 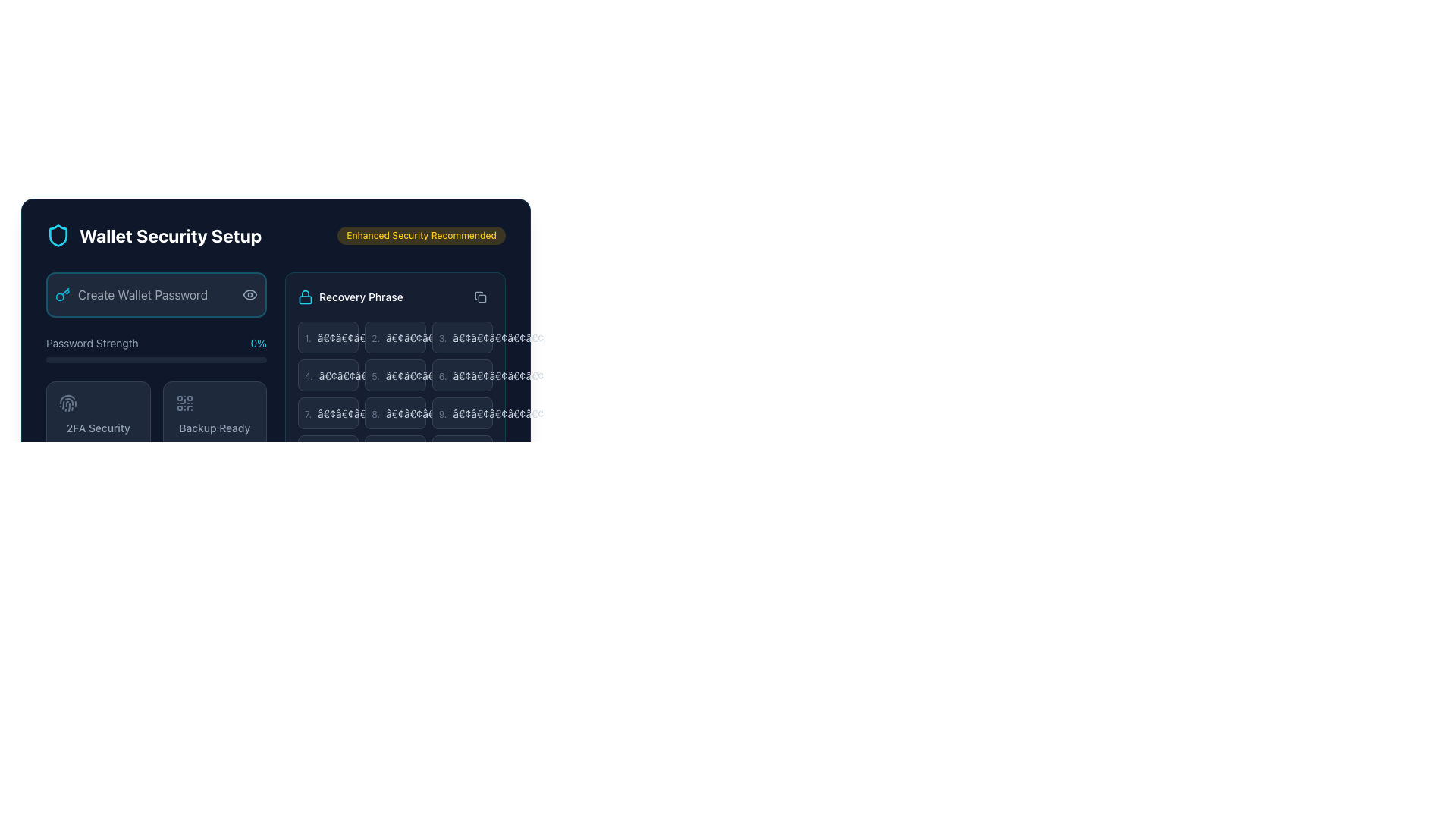 I want to click on the second element in the grid layout of twelve, which represents a step or item within an ordered list, positioned between the first and third elements, so click(x=395, y=336).